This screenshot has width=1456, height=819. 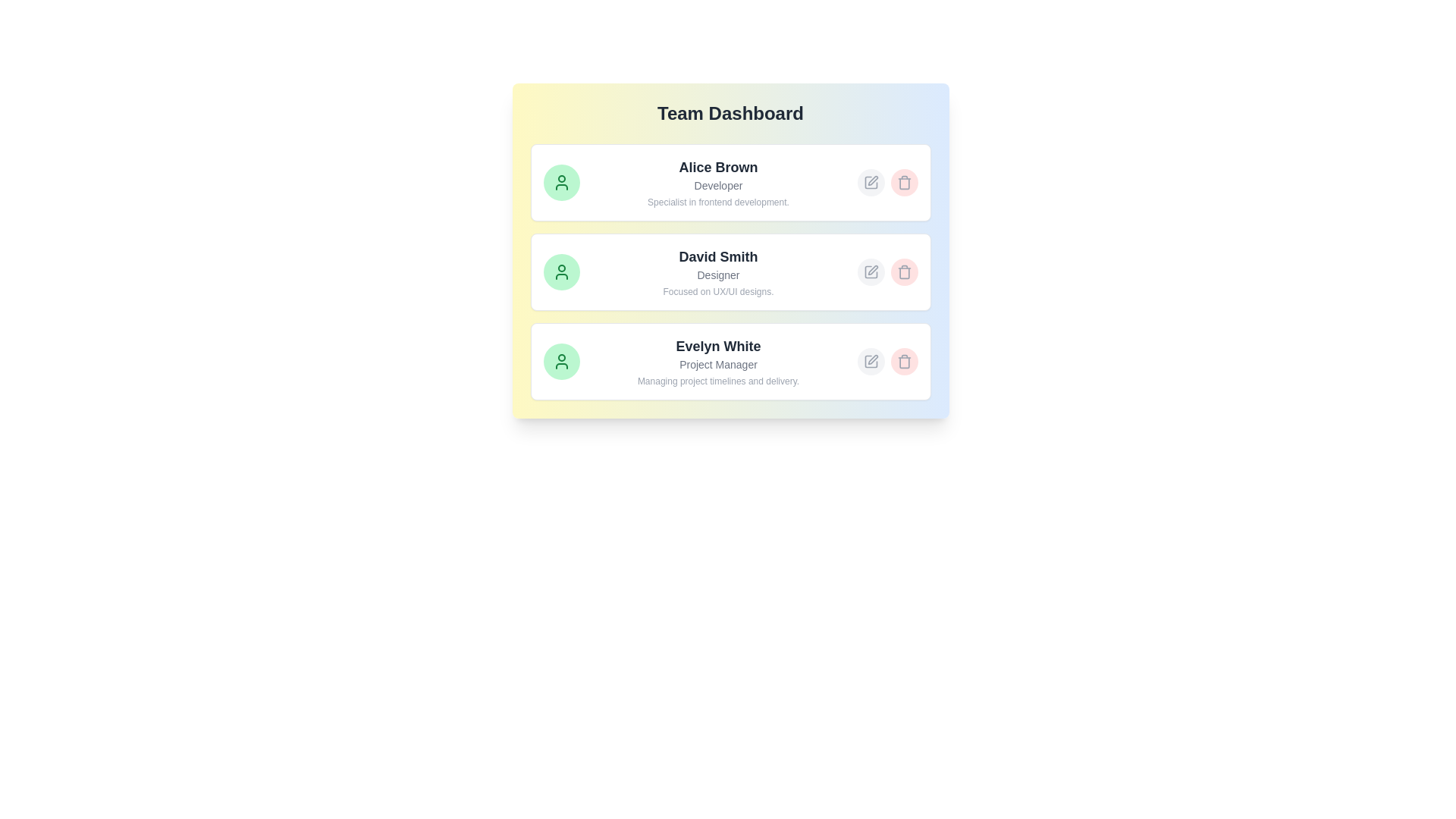 I want to click on the Icon button located at the right end of the 'David Smith' card, so click(x=871, y=271).